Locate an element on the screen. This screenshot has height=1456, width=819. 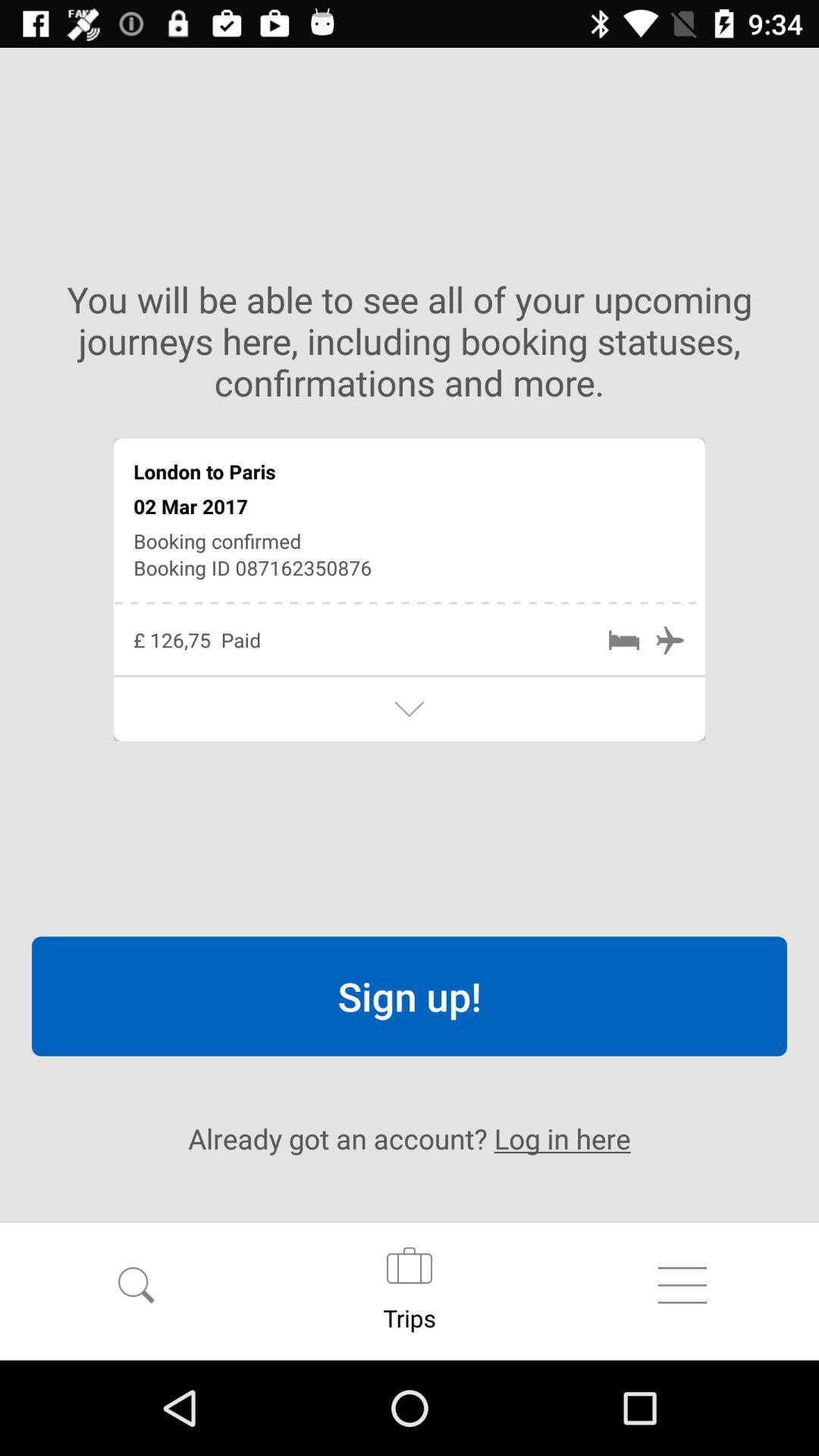
item below sign up! icon is located at coordinates (409, 1138).